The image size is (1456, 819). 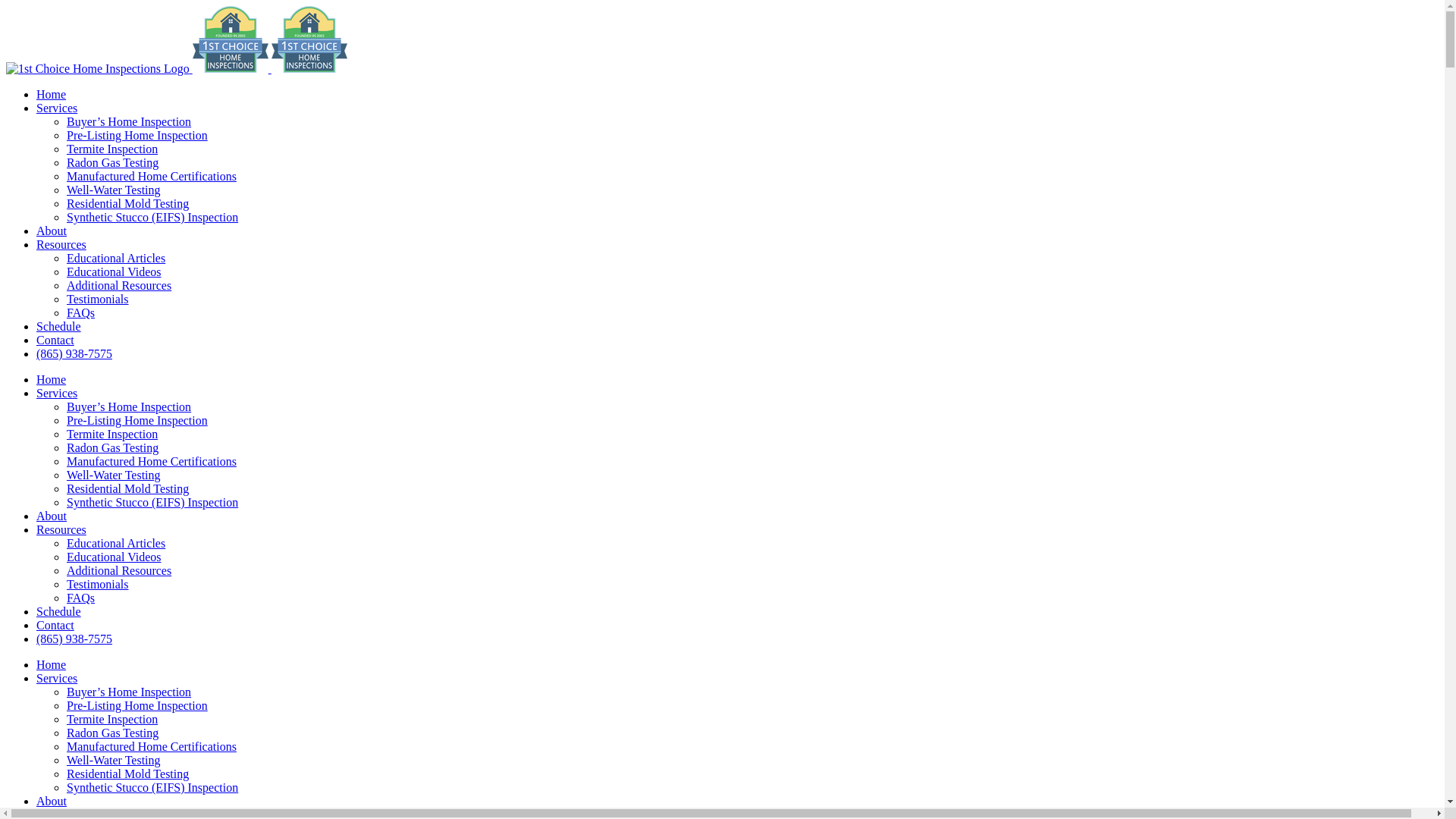 What do you see at coordinates (118, 285) in the screenshot?
I see `'Additional Resources'` at bounding box center [118, 285].